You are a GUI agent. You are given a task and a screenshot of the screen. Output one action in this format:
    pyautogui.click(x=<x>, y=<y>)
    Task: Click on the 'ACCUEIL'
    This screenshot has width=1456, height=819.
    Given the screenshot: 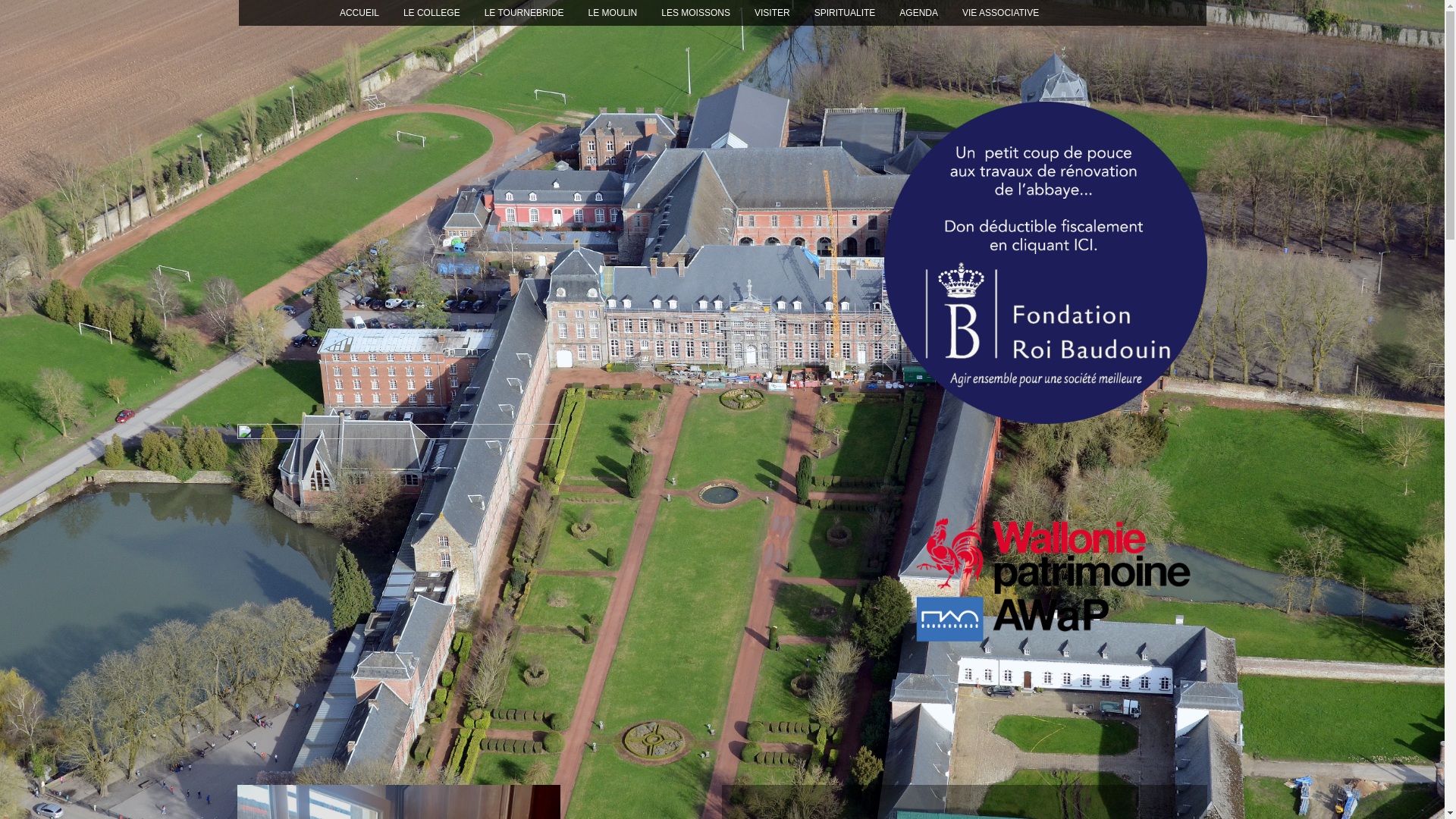 What is the action you would take?
    pyautogui.click(x=359, y=12)
    